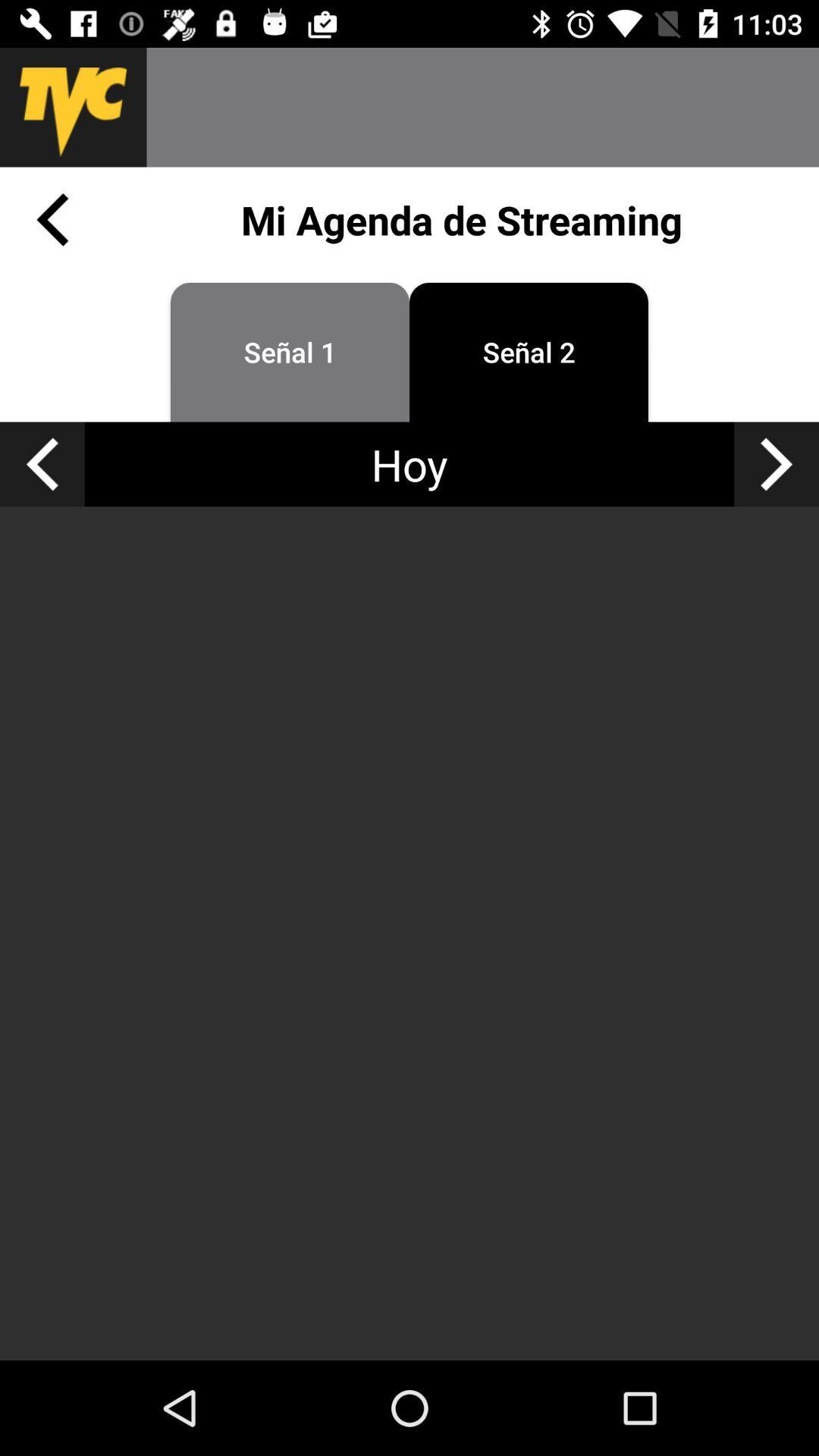 This screenshot has height=1456, width=819. What do you see at coordinates (41, 463) in the screenshot?
I see `yesterday 's agenda` at bounding box center [41, 463].